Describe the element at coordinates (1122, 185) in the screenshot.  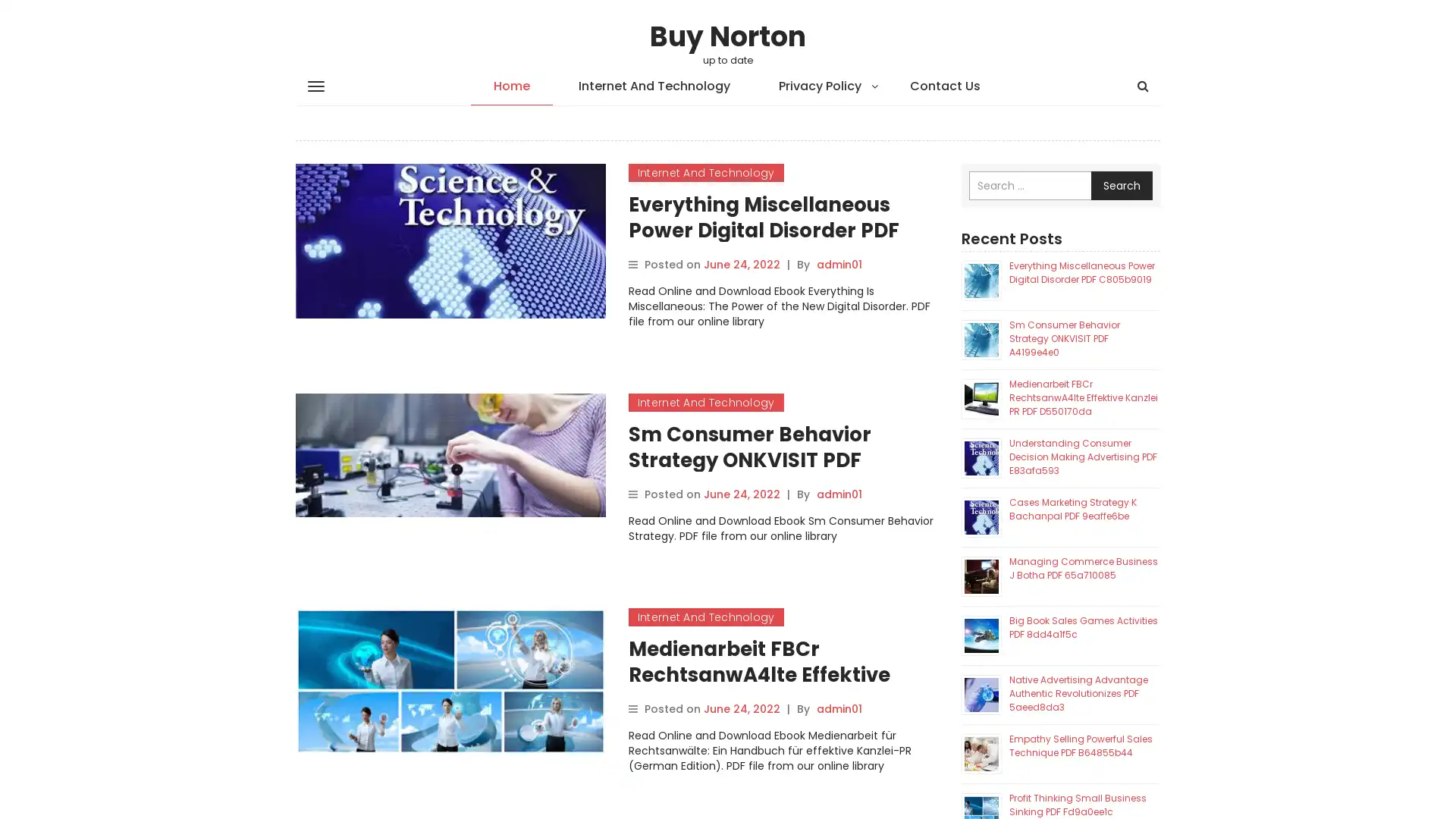
I see `Search` at that location.